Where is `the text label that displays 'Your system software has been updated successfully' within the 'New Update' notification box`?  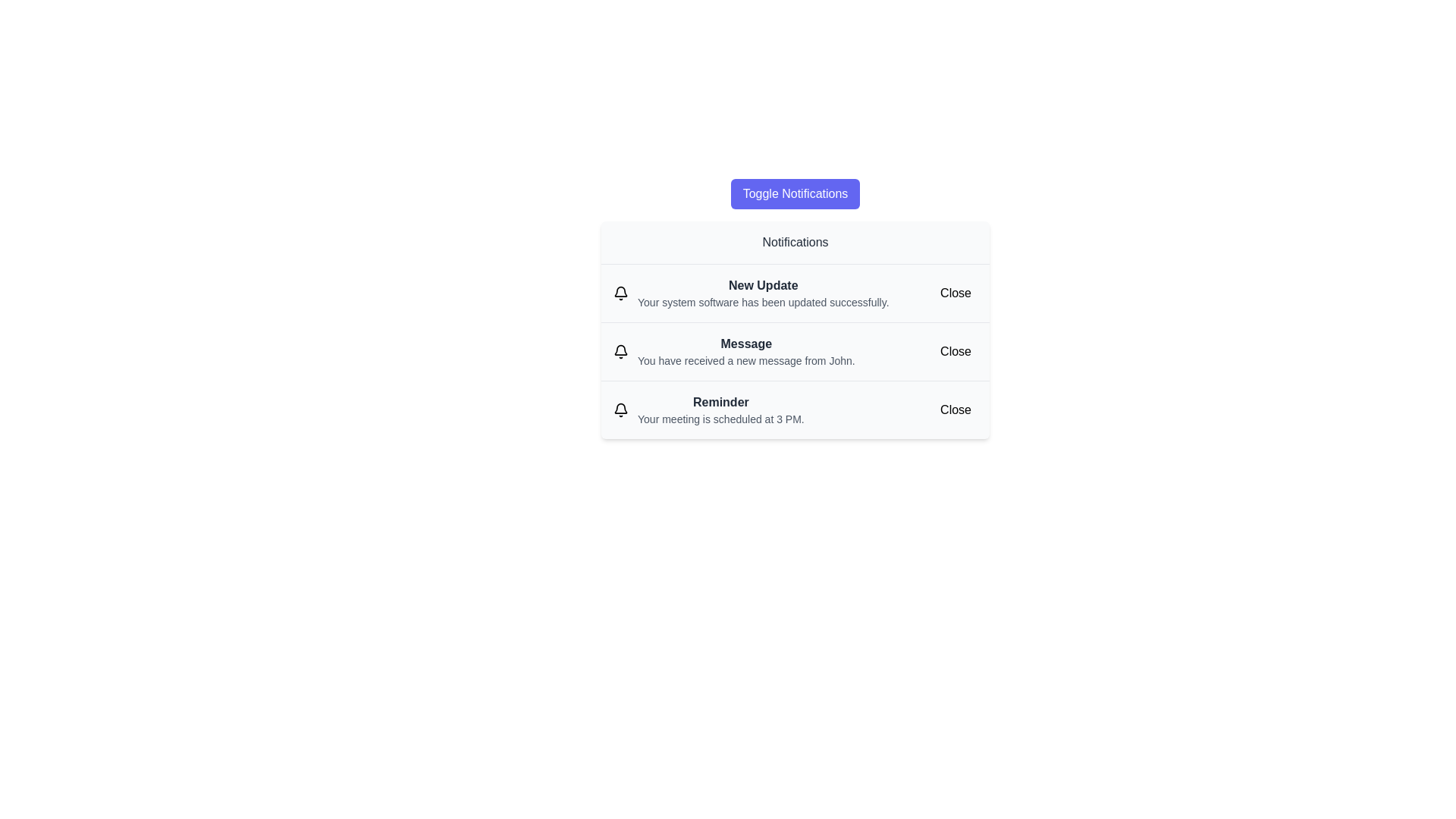
the text label that displays 'Your system software has been updated successfully' within the 'New Update' notification box is located at coordinates (763, 302).